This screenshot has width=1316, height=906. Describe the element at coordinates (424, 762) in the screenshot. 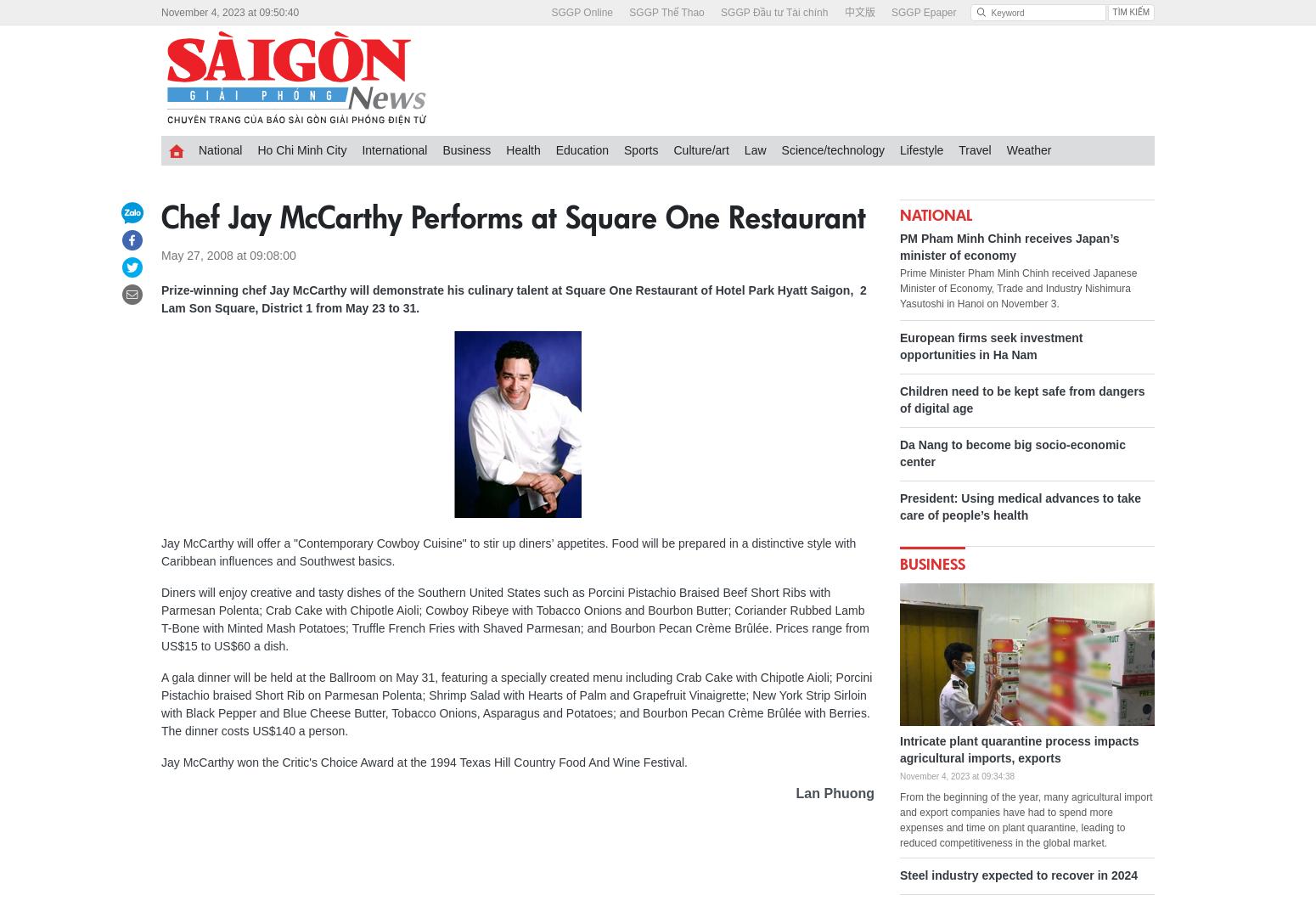

I see `'Jay McCarthy won the Critic's Choice Award at the 1994 Texas Hill Country Food And Wine Festival.'` at that location.